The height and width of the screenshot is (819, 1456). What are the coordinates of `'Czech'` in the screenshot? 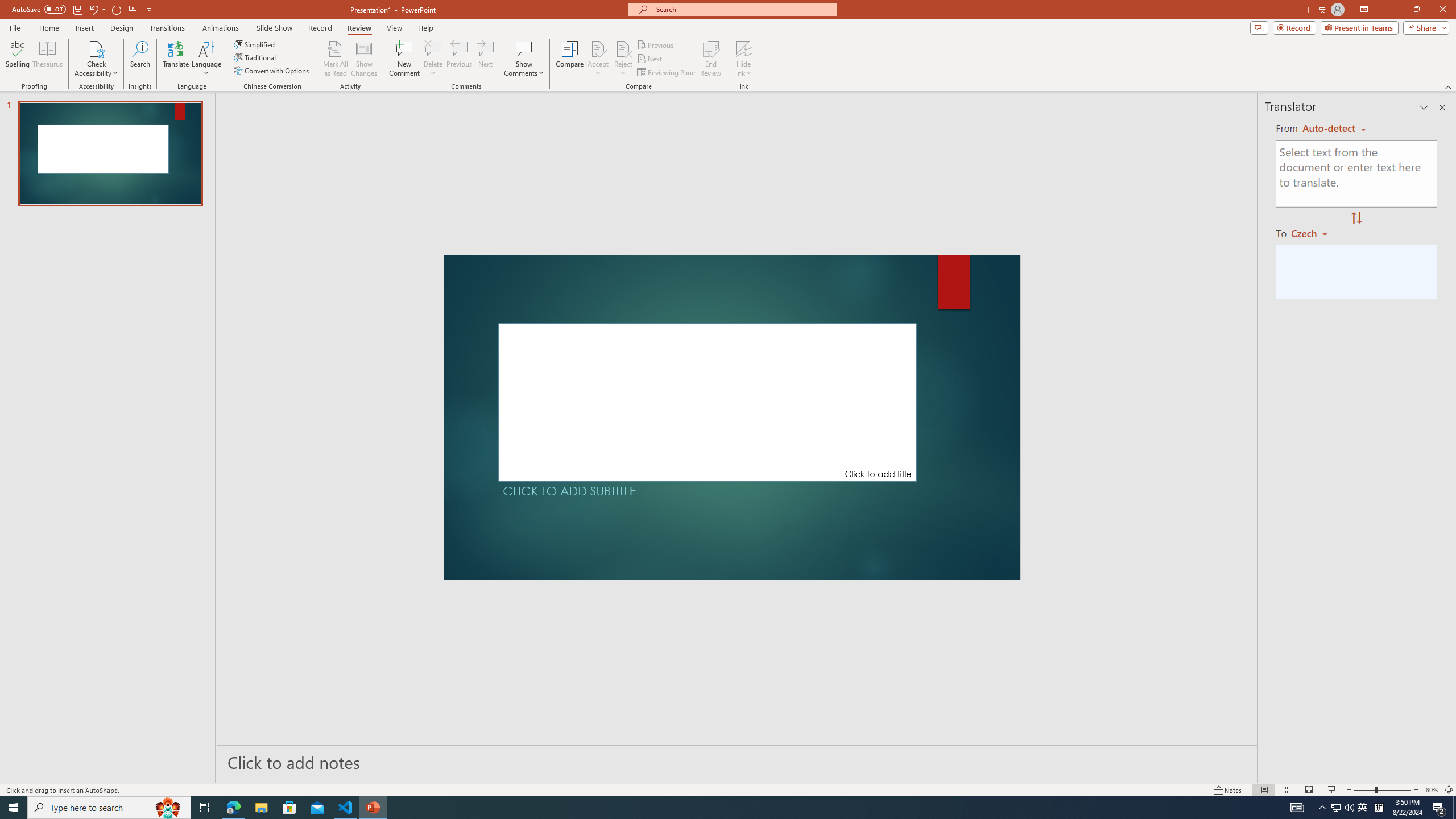 It's located at (1314, 233).